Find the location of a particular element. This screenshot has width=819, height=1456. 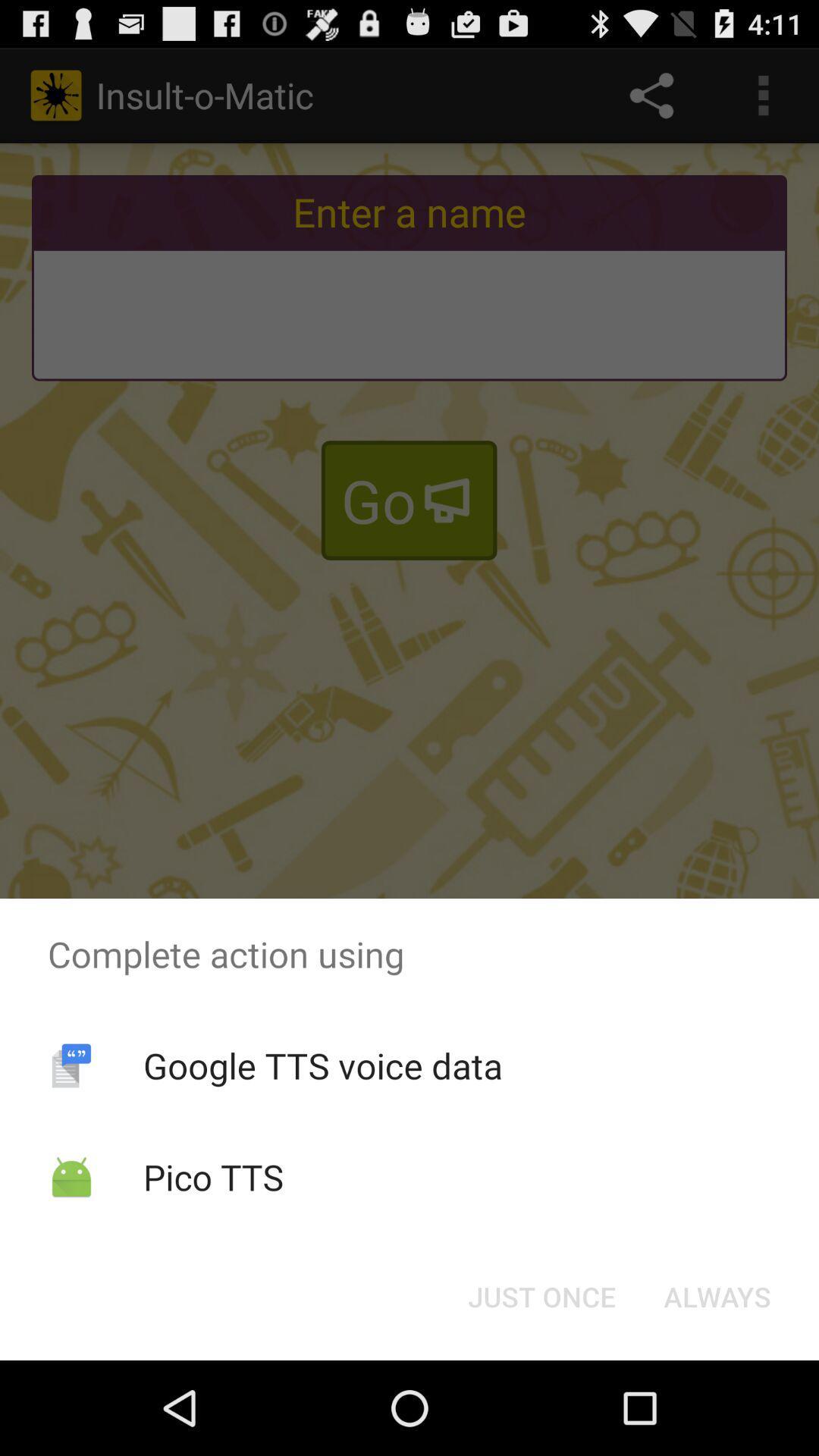

app below the google tts voice item is located at coordinates (213, 1176).